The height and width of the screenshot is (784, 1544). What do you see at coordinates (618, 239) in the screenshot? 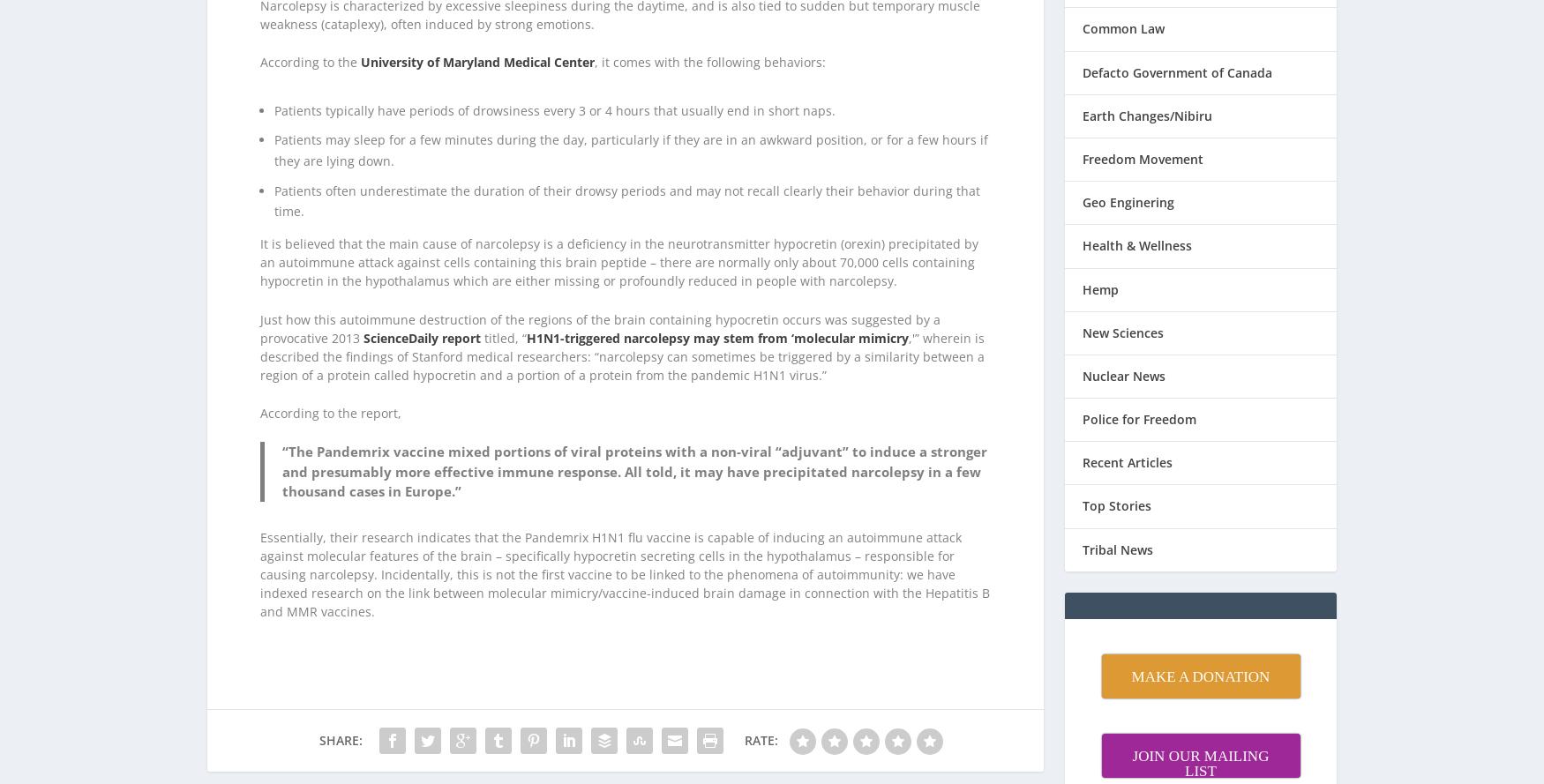
I see `'It is believed that the main cause of narcolepsy is a deficiency in the neurotransmitter hypocretin (orexin) precipitated by an autoimmune attack against cells containing this brain peptide – there are normally only about 70,000 cells containing hypocretin in the hypothalamus which are either missing or profoundly reduced in people with narcolepsy.'` at bounding box center [618, 239].